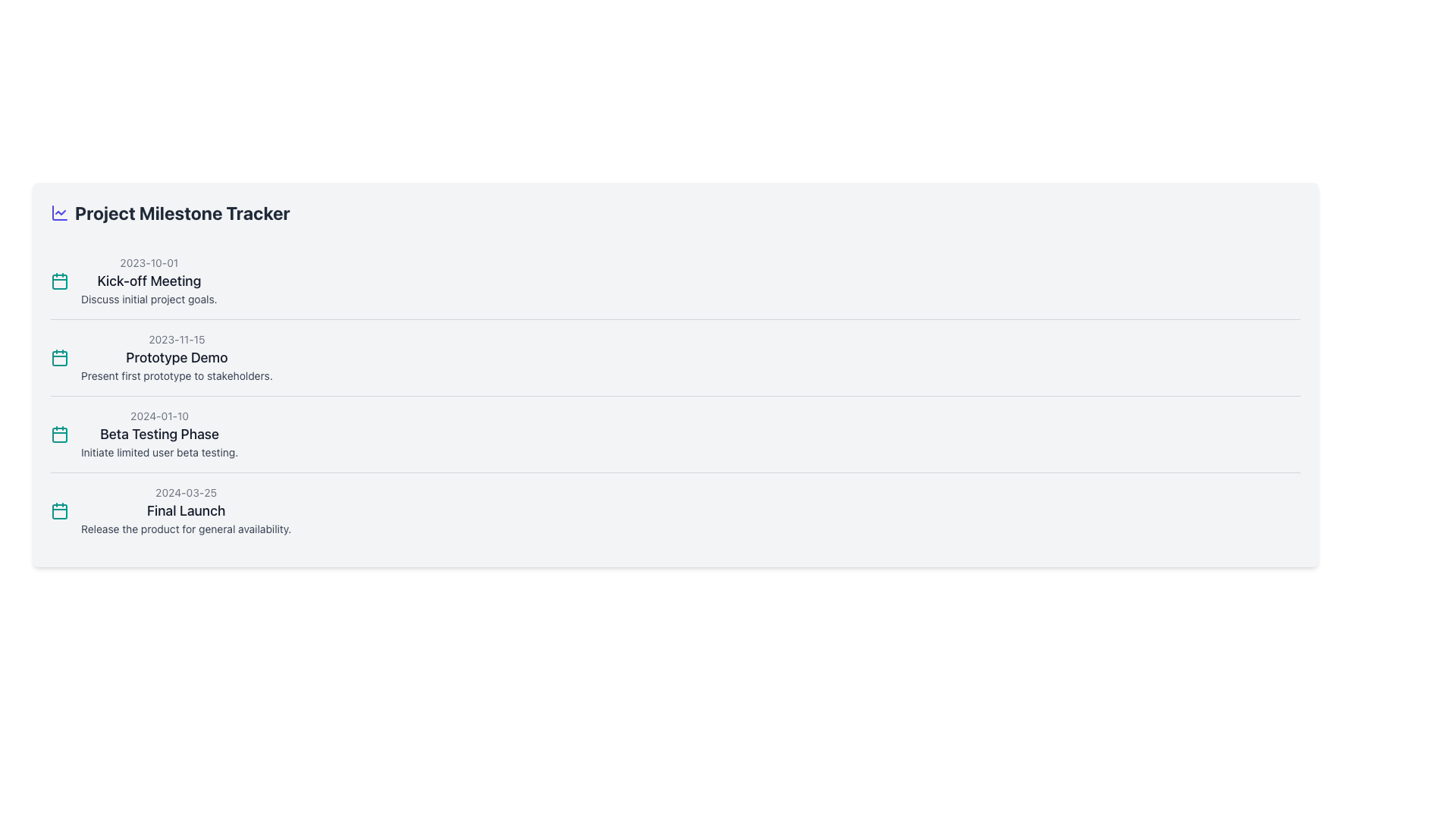 This screenshot has height=819, width=1456. What do you see at coordinates (59, 213) in the screenshot?
I see `the indigo line graph icon, which is positioned to the left of the 'Project Milestone Tracker' text in the header section` at bounding box center [59, 213].